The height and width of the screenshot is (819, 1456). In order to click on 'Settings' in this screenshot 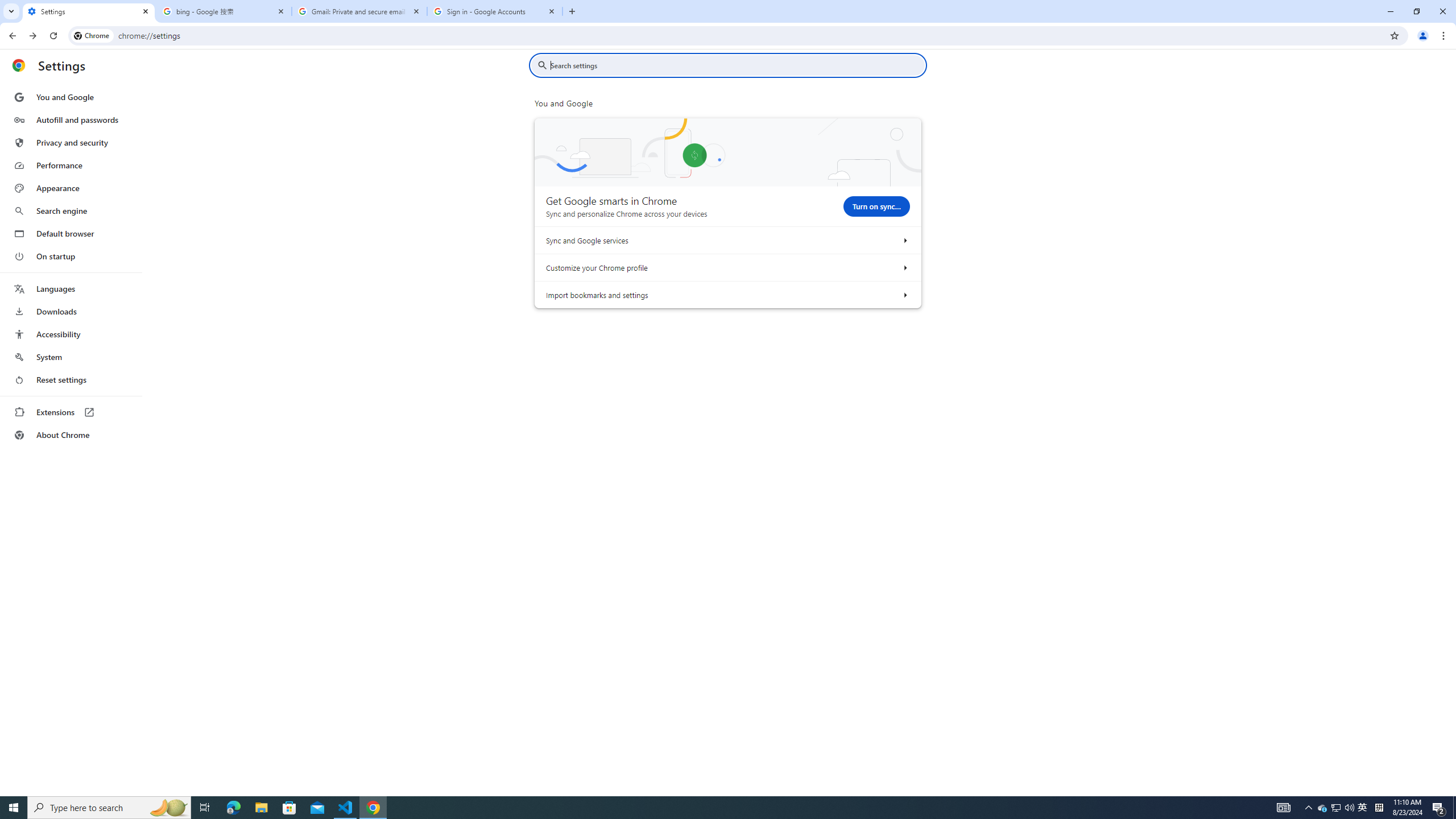, I will do `click(88, 11)`.